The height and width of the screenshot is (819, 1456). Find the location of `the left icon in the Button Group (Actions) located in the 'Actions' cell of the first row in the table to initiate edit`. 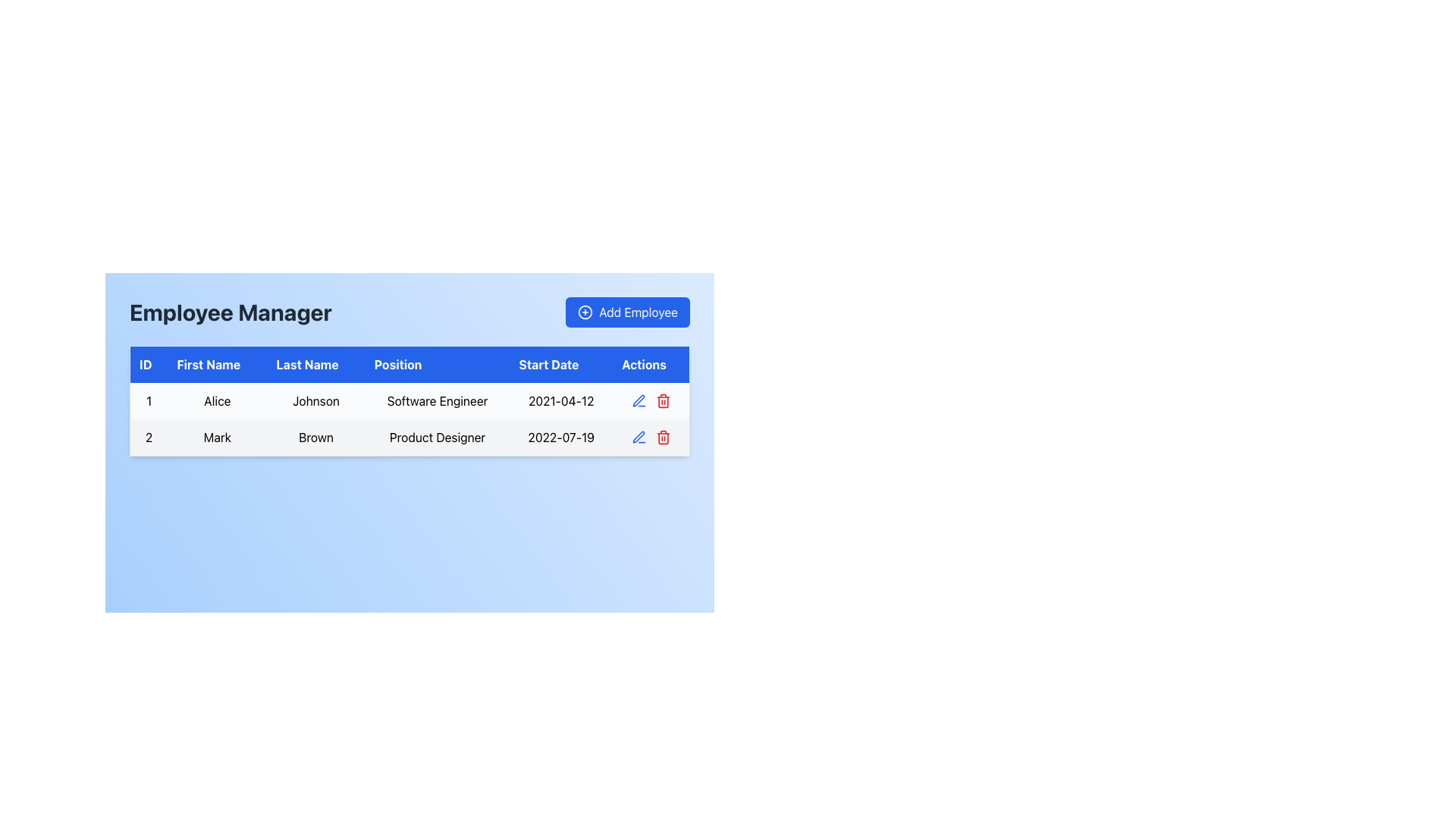

the left icon in the Button Group (Actions) located in the 'Actions' cell of the first row in the table to initiate edit is located at coordinates (651, 400).